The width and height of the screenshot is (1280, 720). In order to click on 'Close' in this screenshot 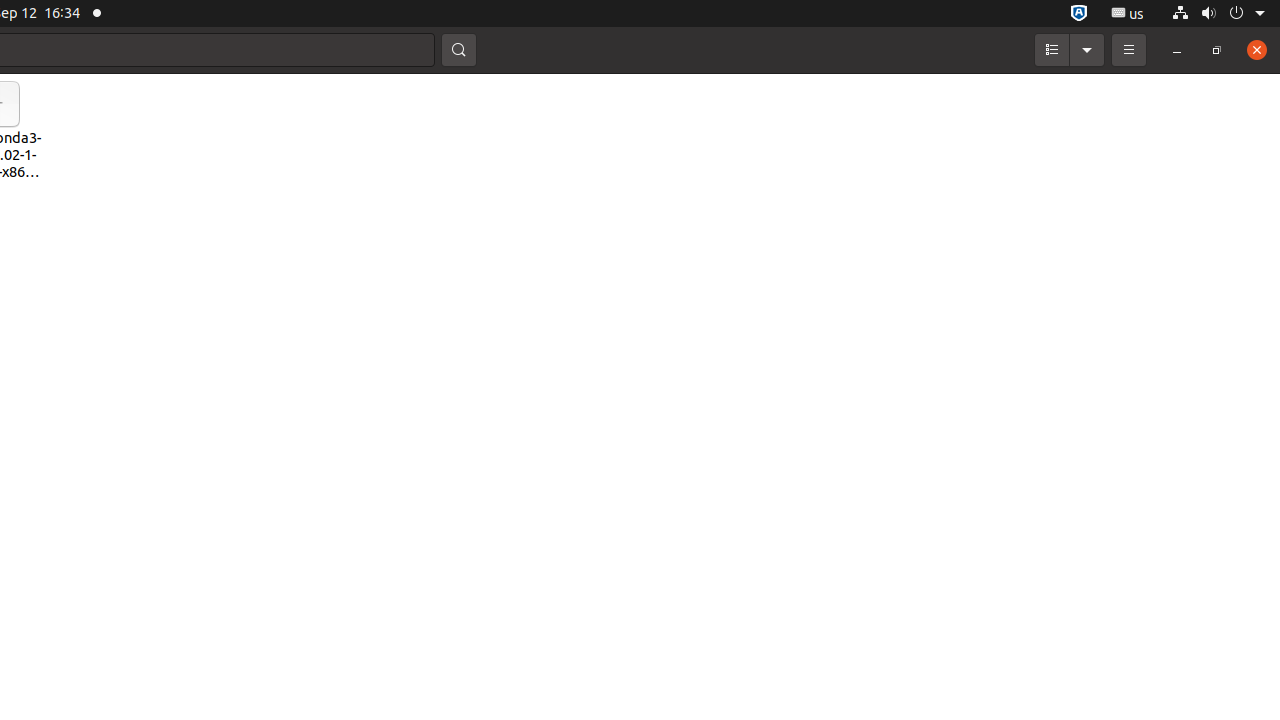, I will do `click(1255, 48)`.